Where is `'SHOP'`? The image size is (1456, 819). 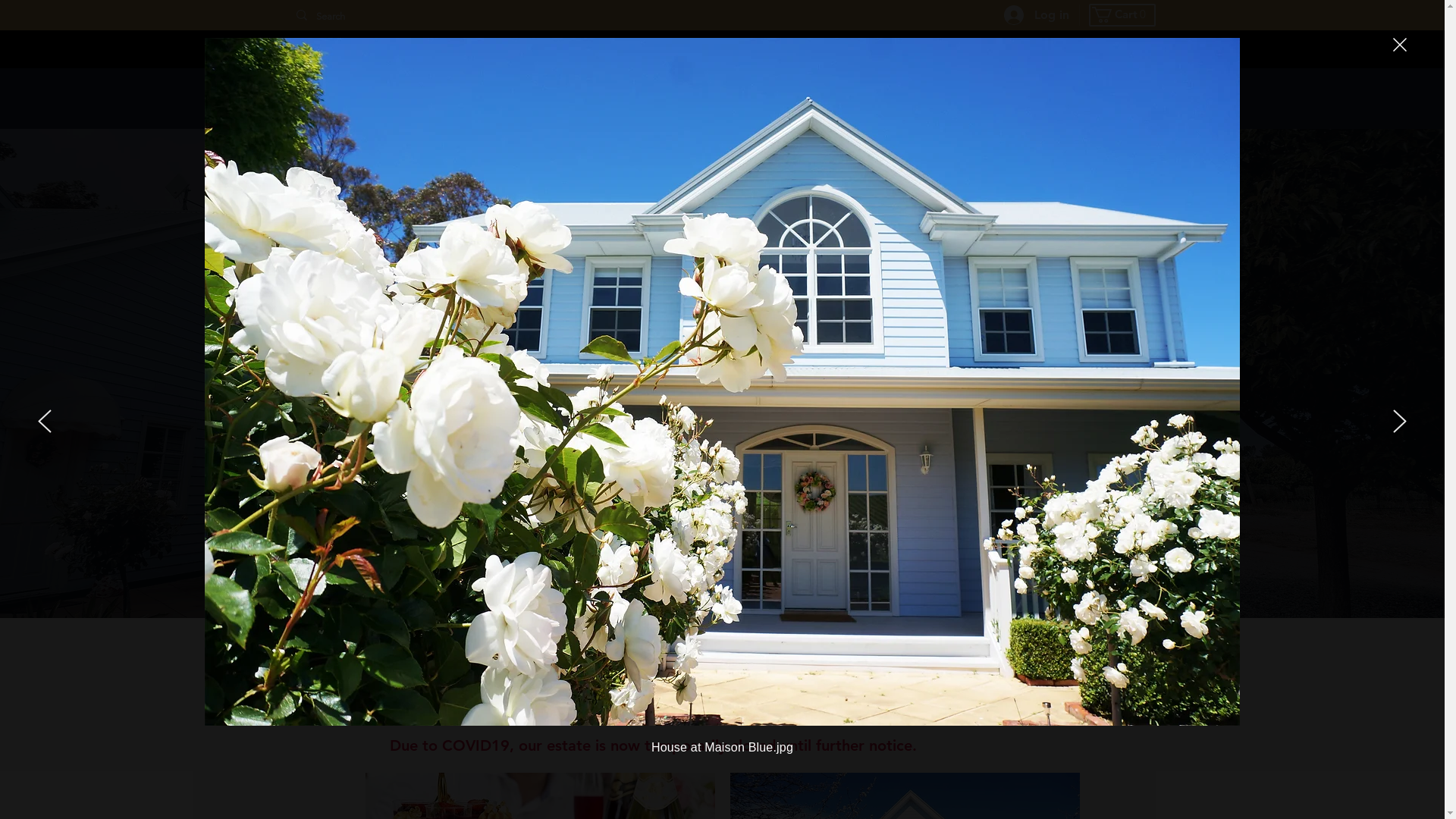
'SHOP' is located at coordinates (720, 99).